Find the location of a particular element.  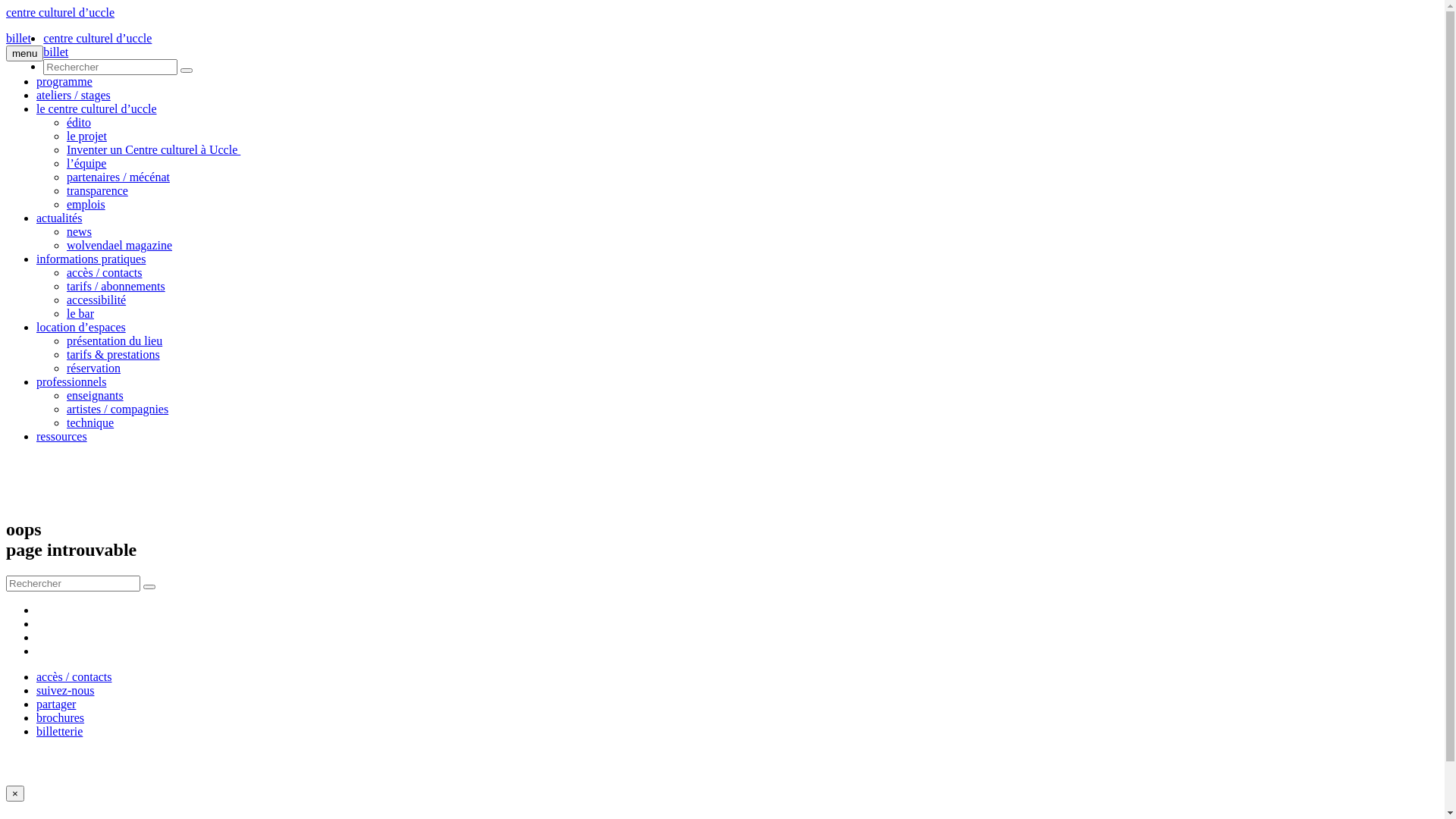

'partager' is located at coordinates (55, 704).